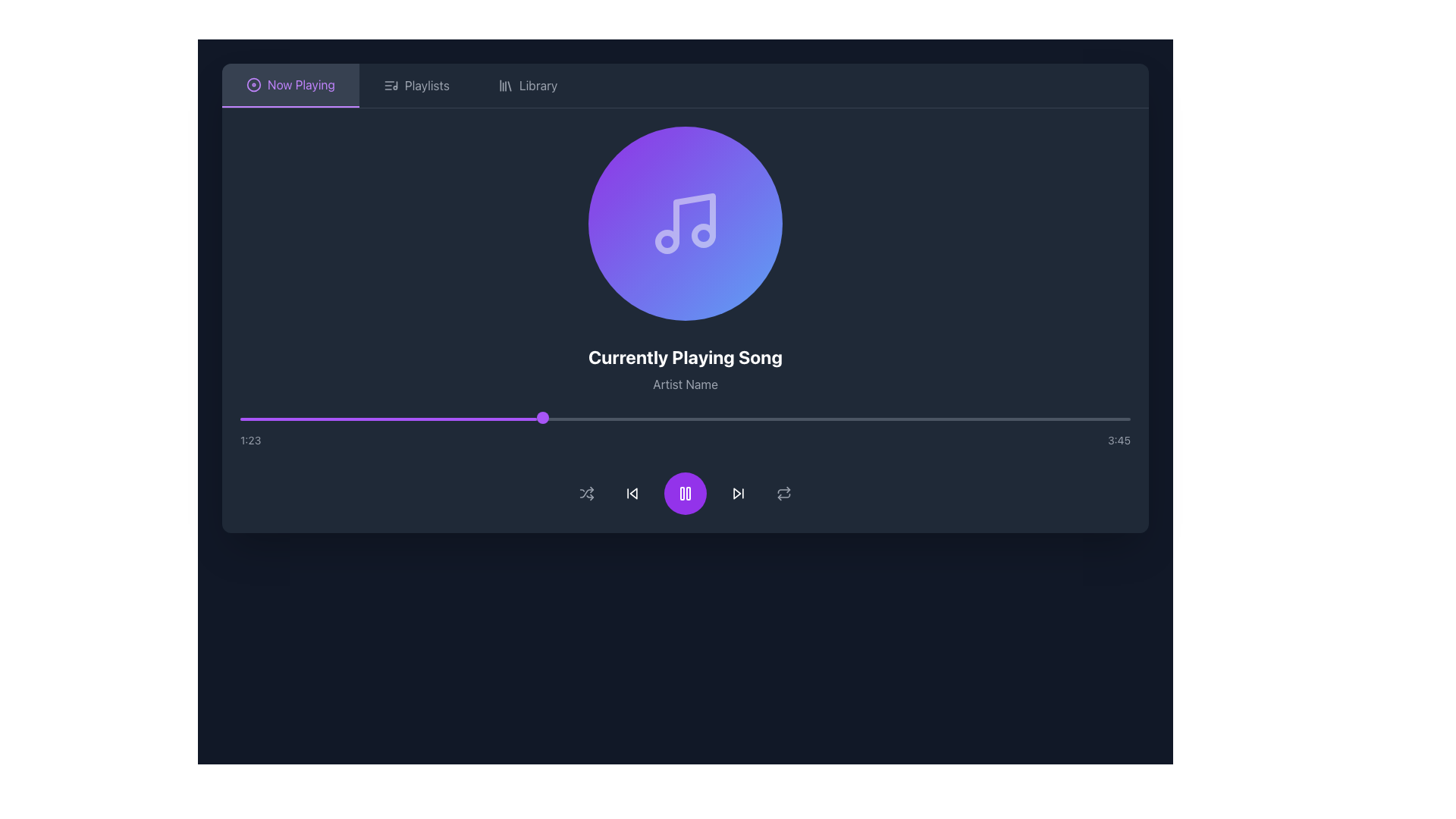 This screenshot has width=1456, height=819. Describe the element at coordinates (290, 85) in the screenshot. I see `the 'Now Playing' navigation tab located in the top-left section of the interface to trigger its hover effect` at that location.